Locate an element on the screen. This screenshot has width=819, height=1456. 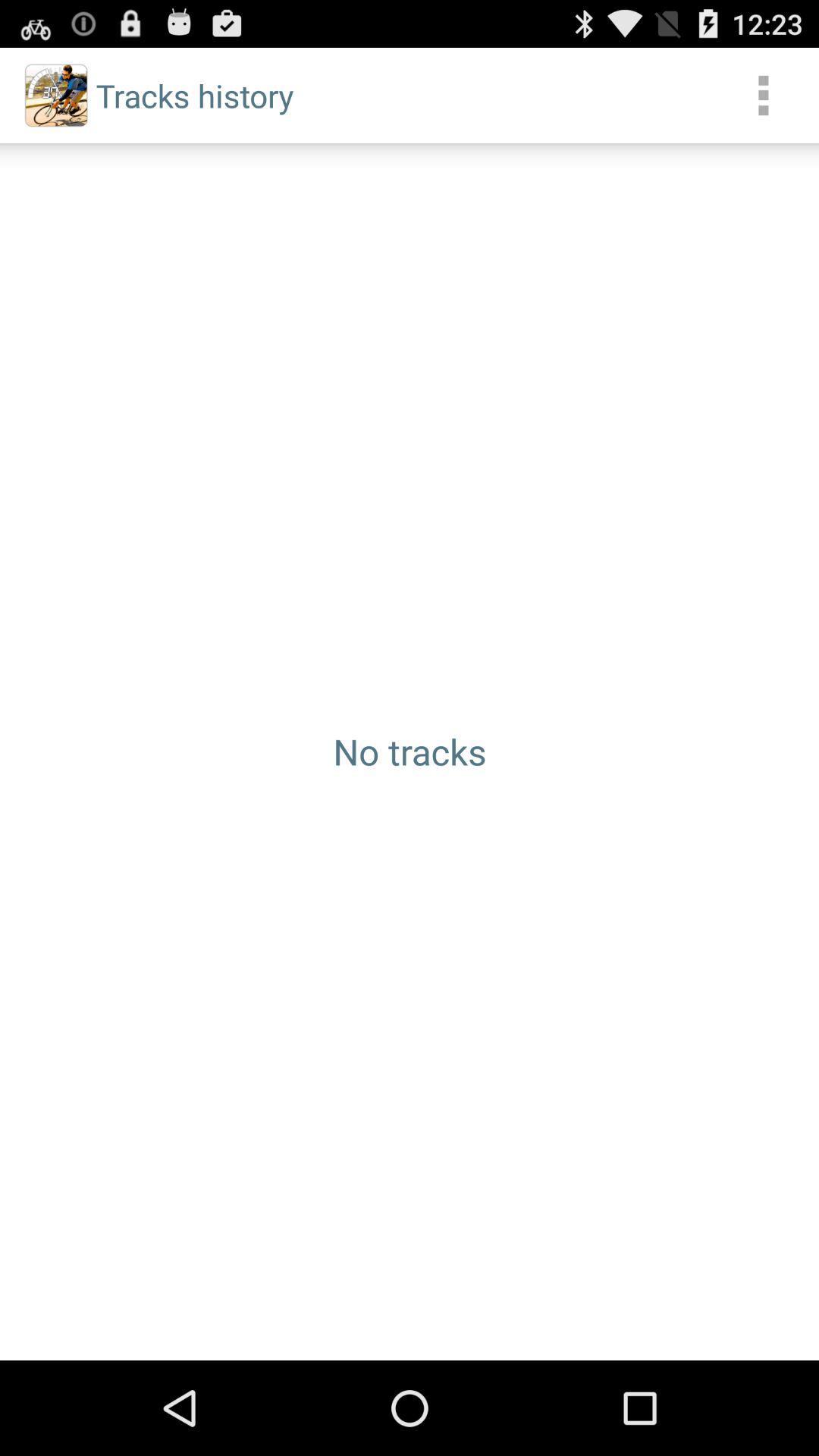
item next to tracks history icon is located at coordinates (763, 94).